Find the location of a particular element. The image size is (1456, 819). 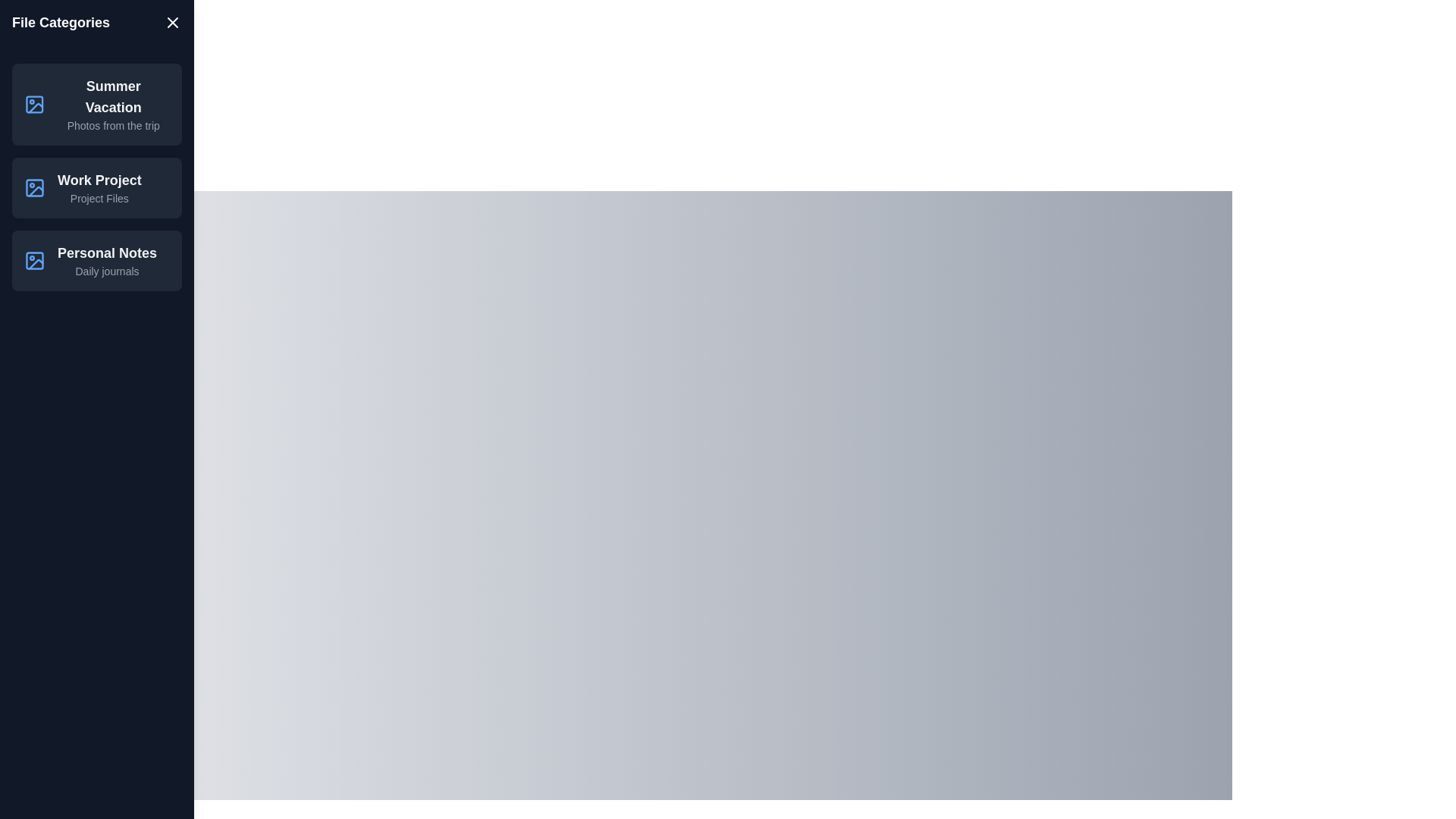

the list item Summer Vacation to observe its hover effect is located at coordinates (96, 104).